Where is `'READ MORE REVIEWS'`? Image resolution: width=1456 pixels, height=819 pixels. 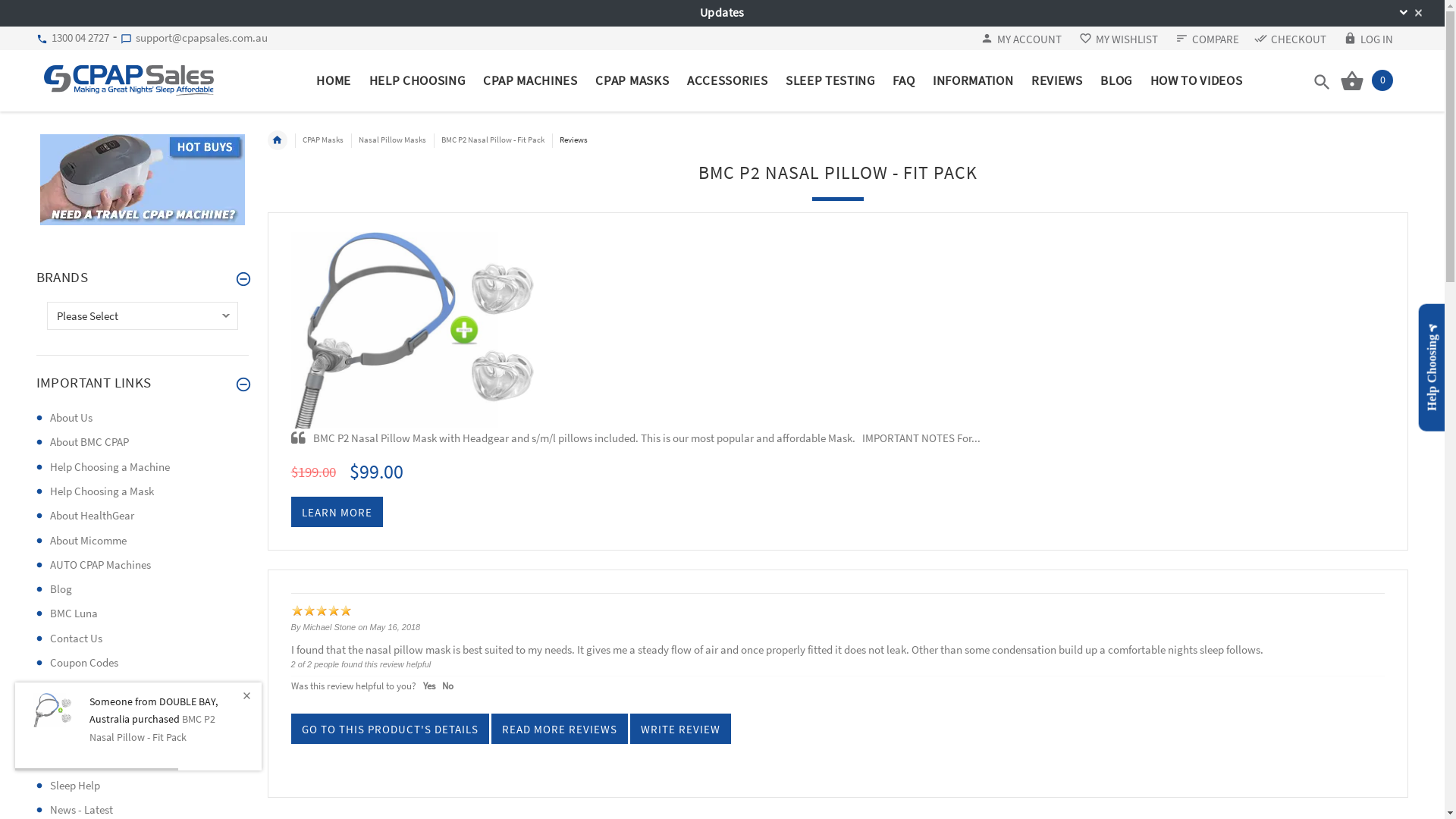
'READ MORE REVIEWS' is located at coordinates (559, 727).